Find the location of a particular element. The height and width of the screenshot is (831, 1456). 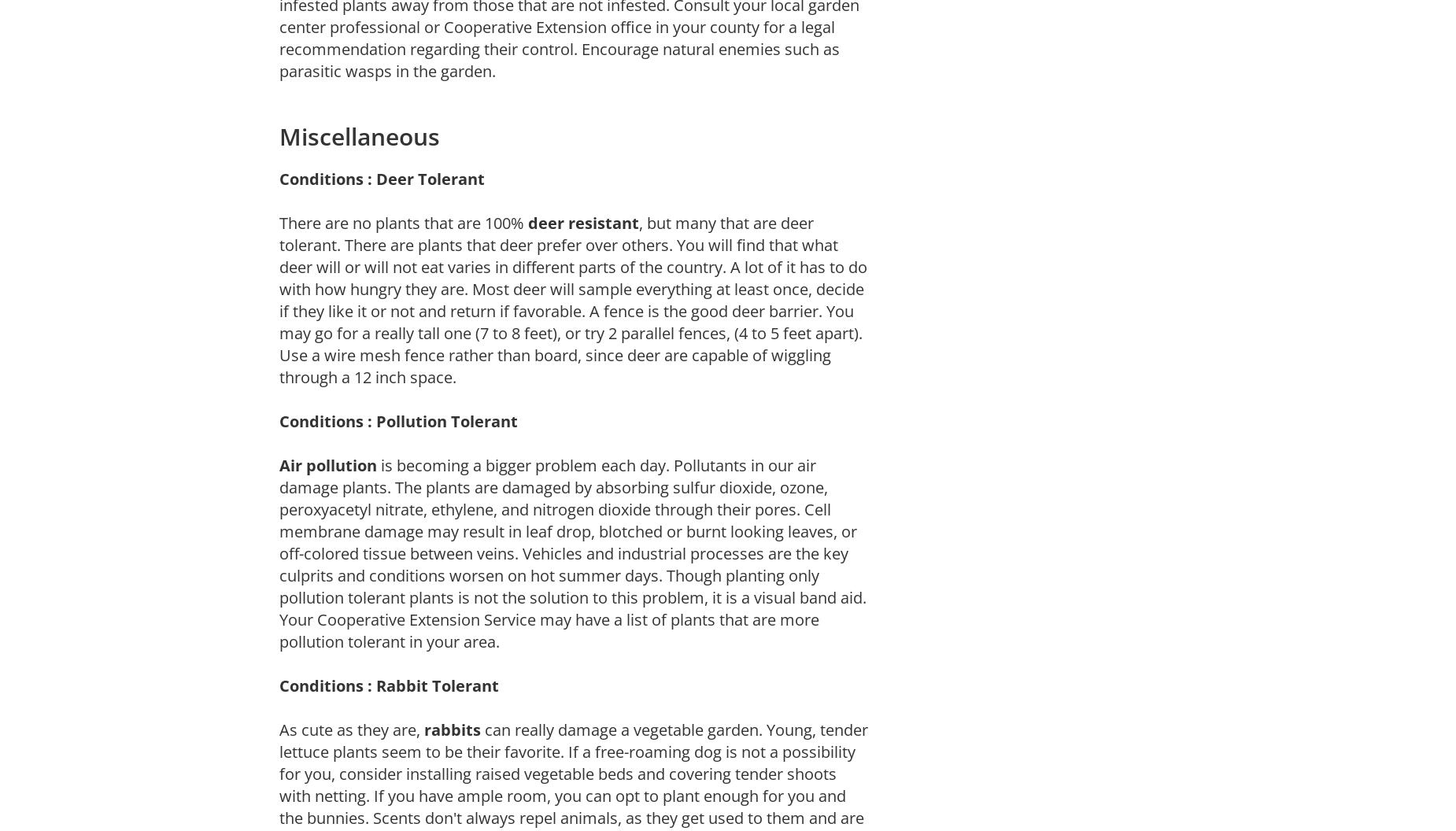

'Conditions : Rabbit Tolerant' is located at coordinates (389, 684).